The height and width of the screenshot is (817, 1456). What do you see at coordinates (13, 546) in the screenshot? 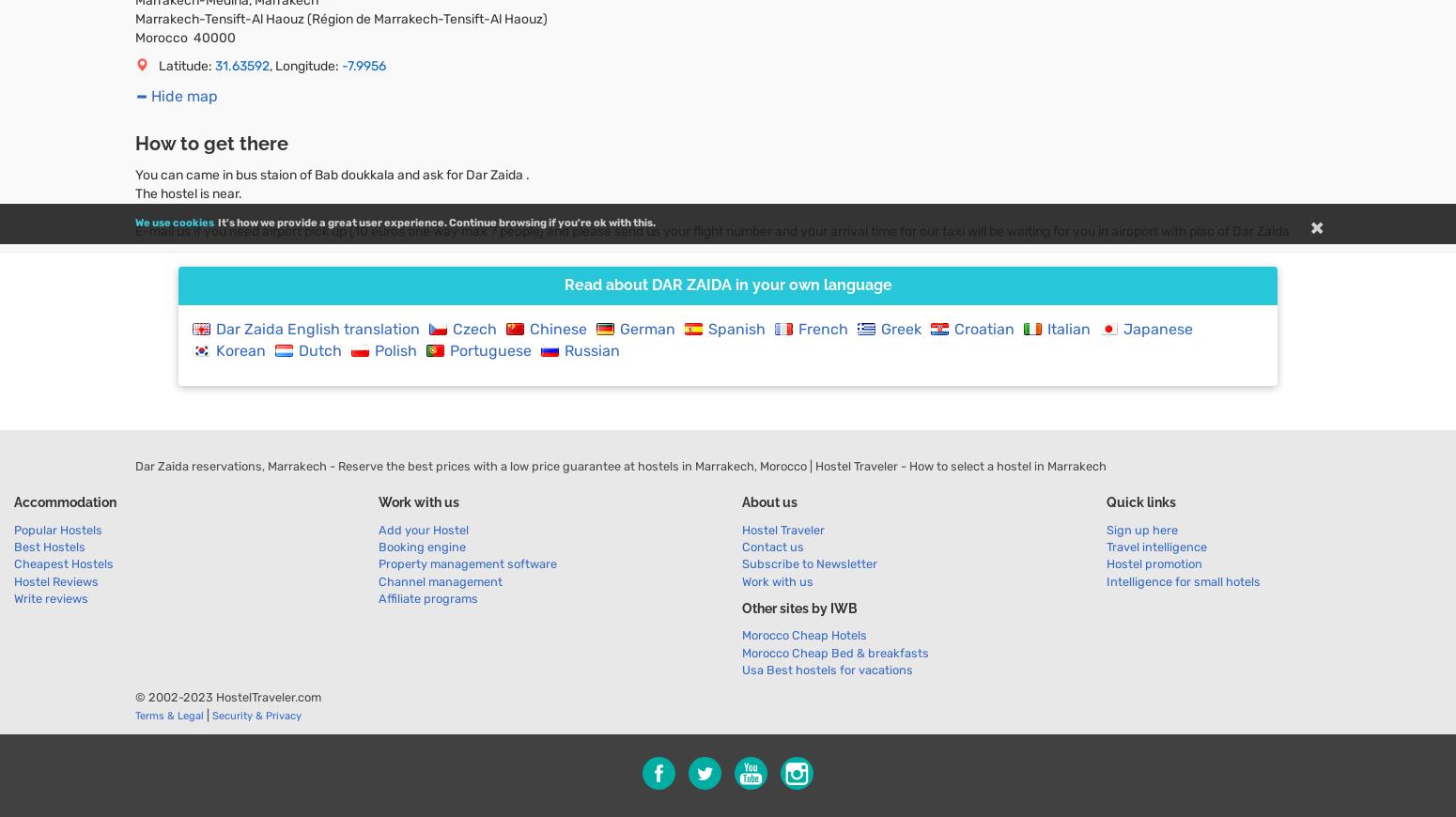
I see `'Best Hostels'` at bounding box center [13, 546].